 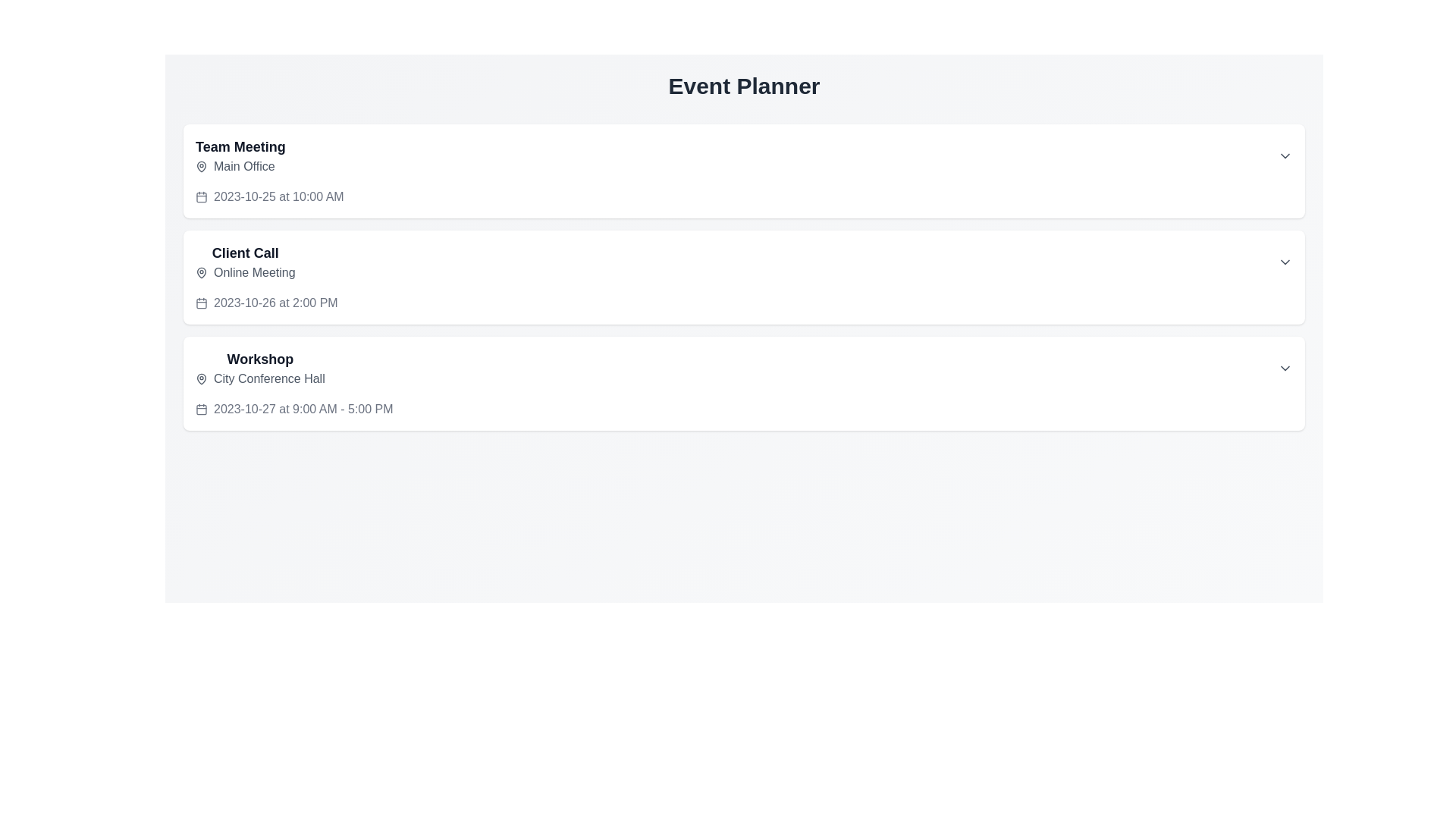 What do you see at coordinates (1284, 369) in the screenshot?
I see `the Dropdown toggle icon associated with the 'Workshop City Conference Hall' to enable keyboard interaction` at bounding box center [1284, 369].